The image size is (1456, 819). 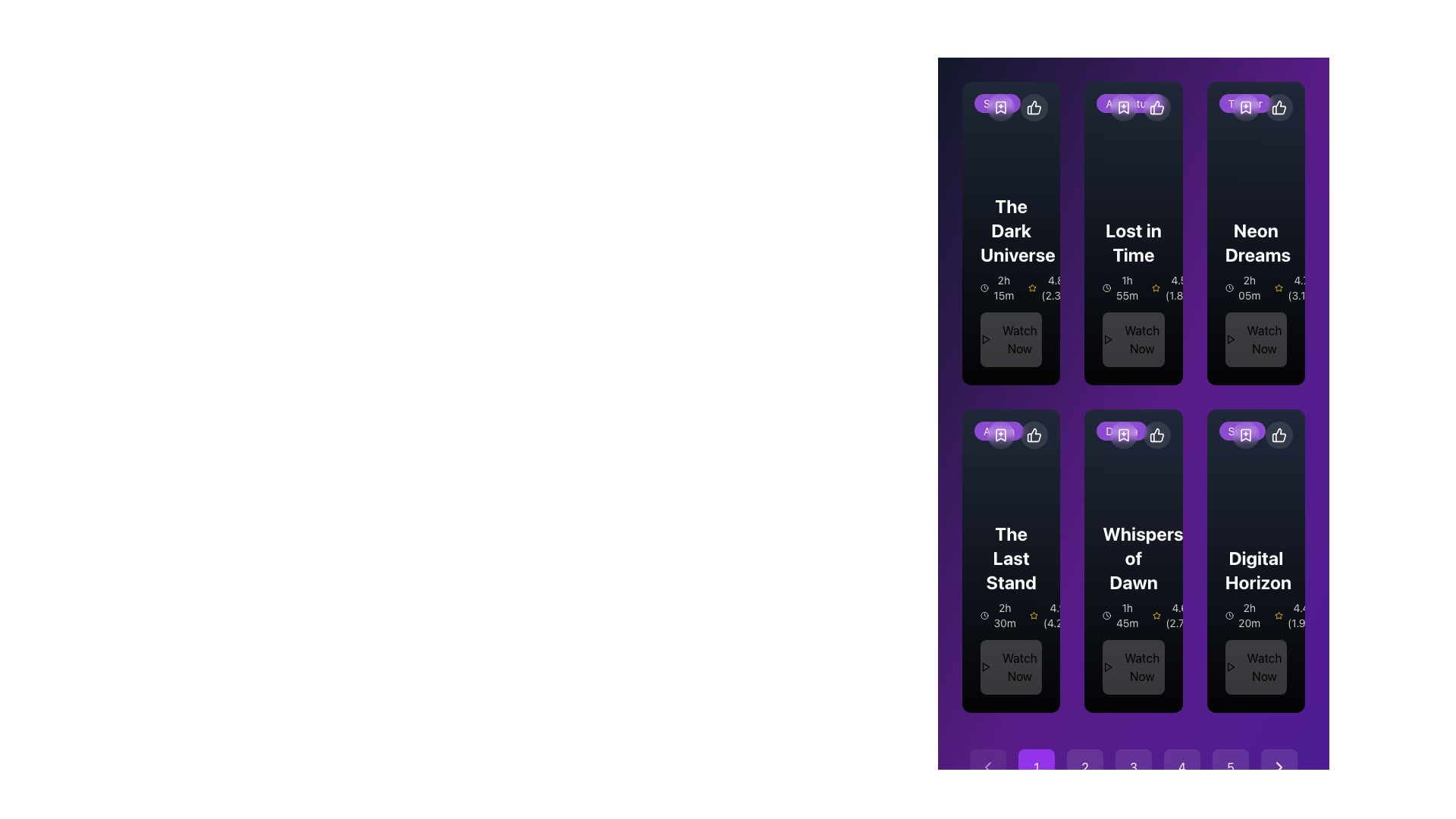 I want to click on the left-pointing chevron icon button located in the bottom-left corner of the navigation area, so click(x=987, y=767).